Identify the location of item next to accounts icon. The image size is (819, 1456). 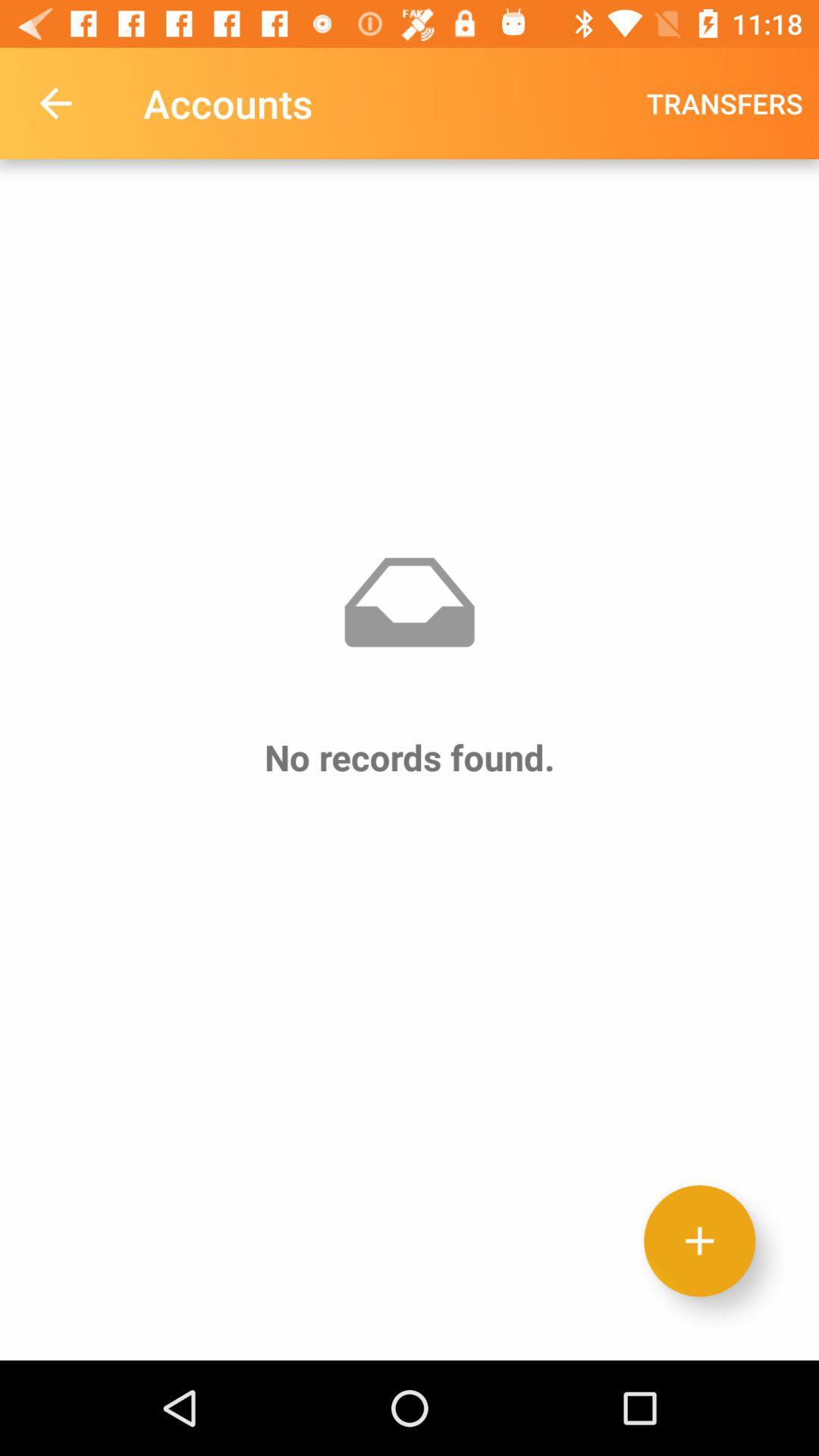
(55, 102).